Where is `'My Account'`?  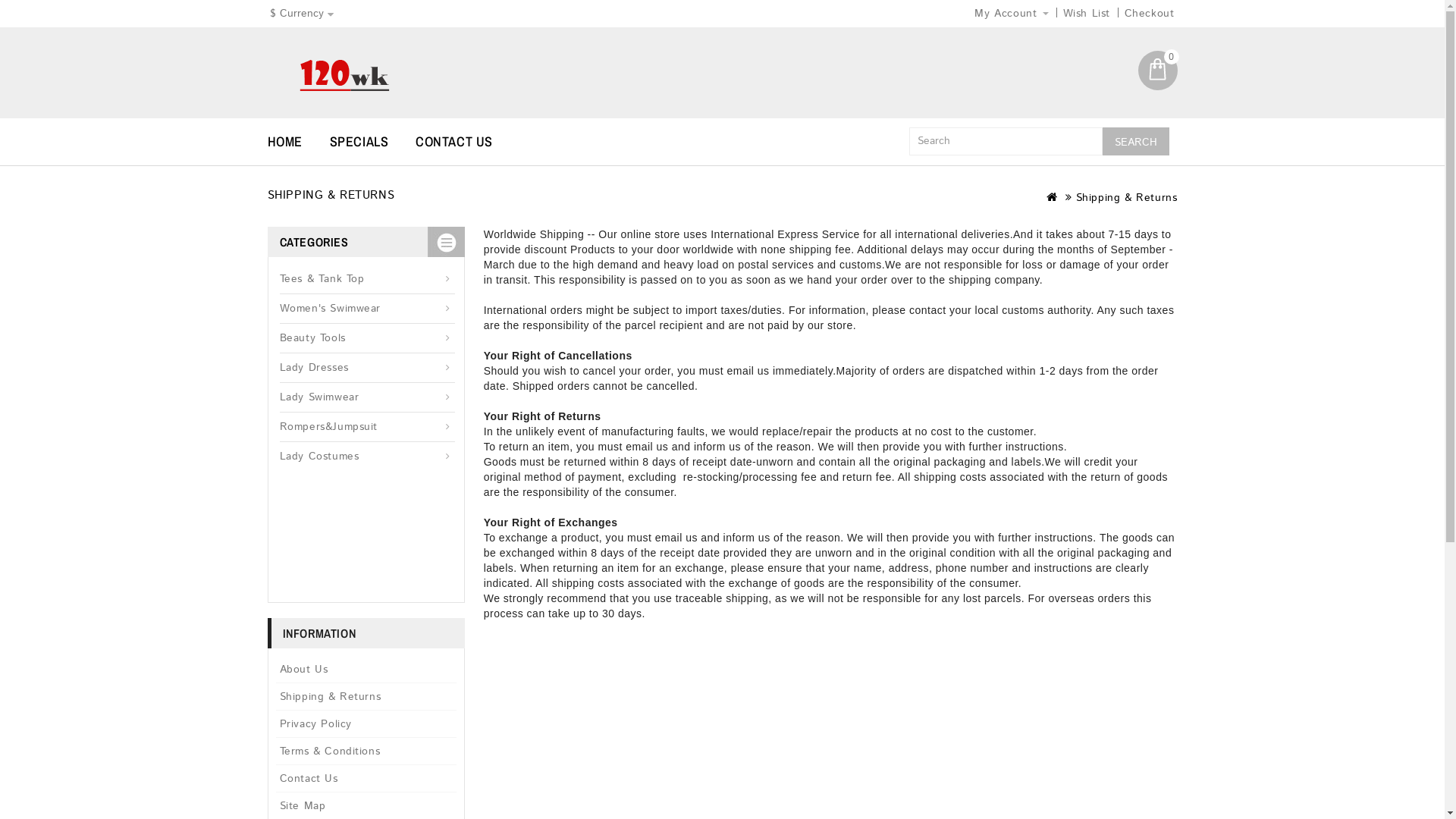
'My Account' is located at coordinates (1012, 14).